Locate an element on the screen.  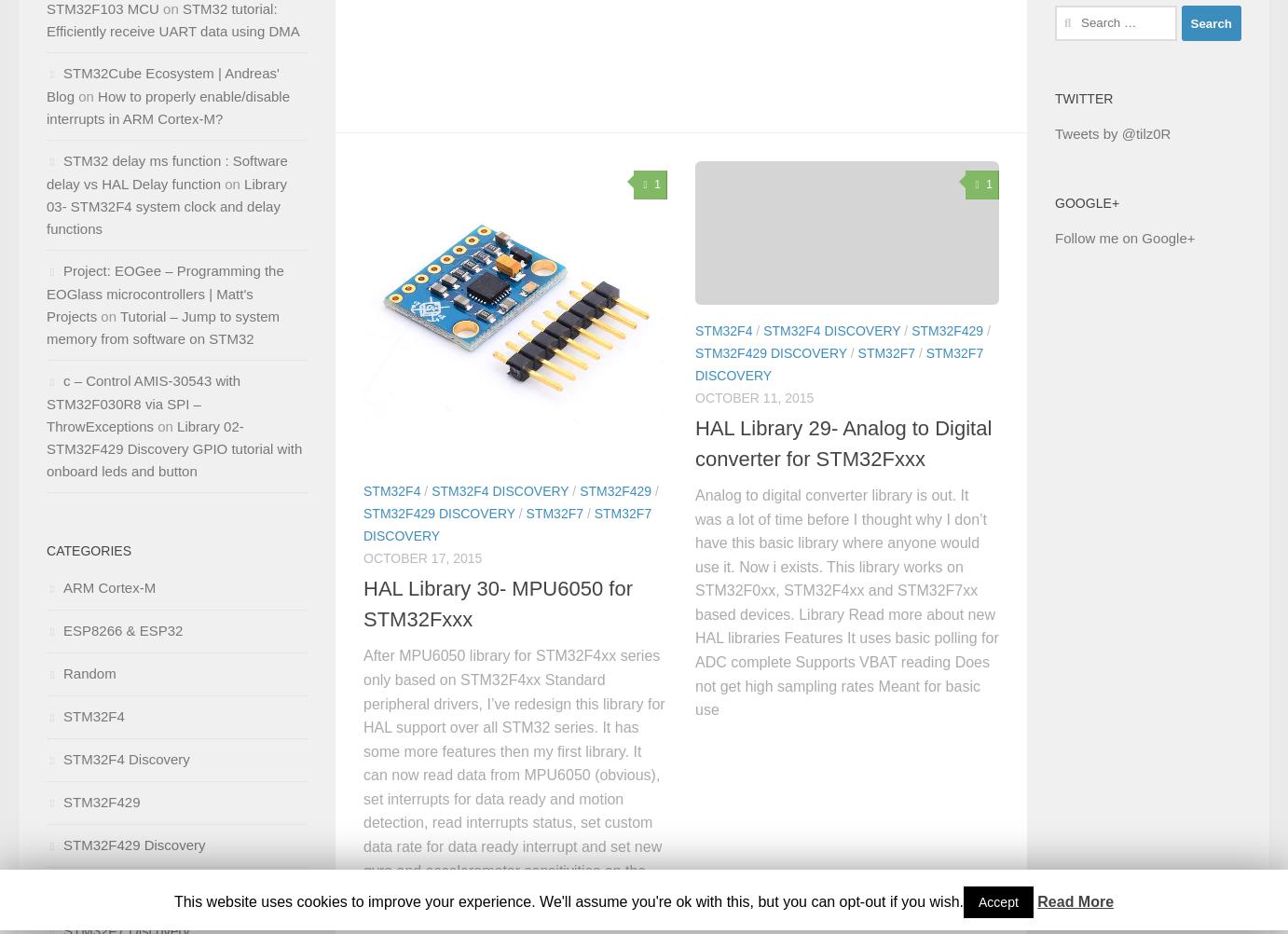
'How to properly enable/disable interrupts in ARM Cortex-M?' is located at coordinates (167, 106).